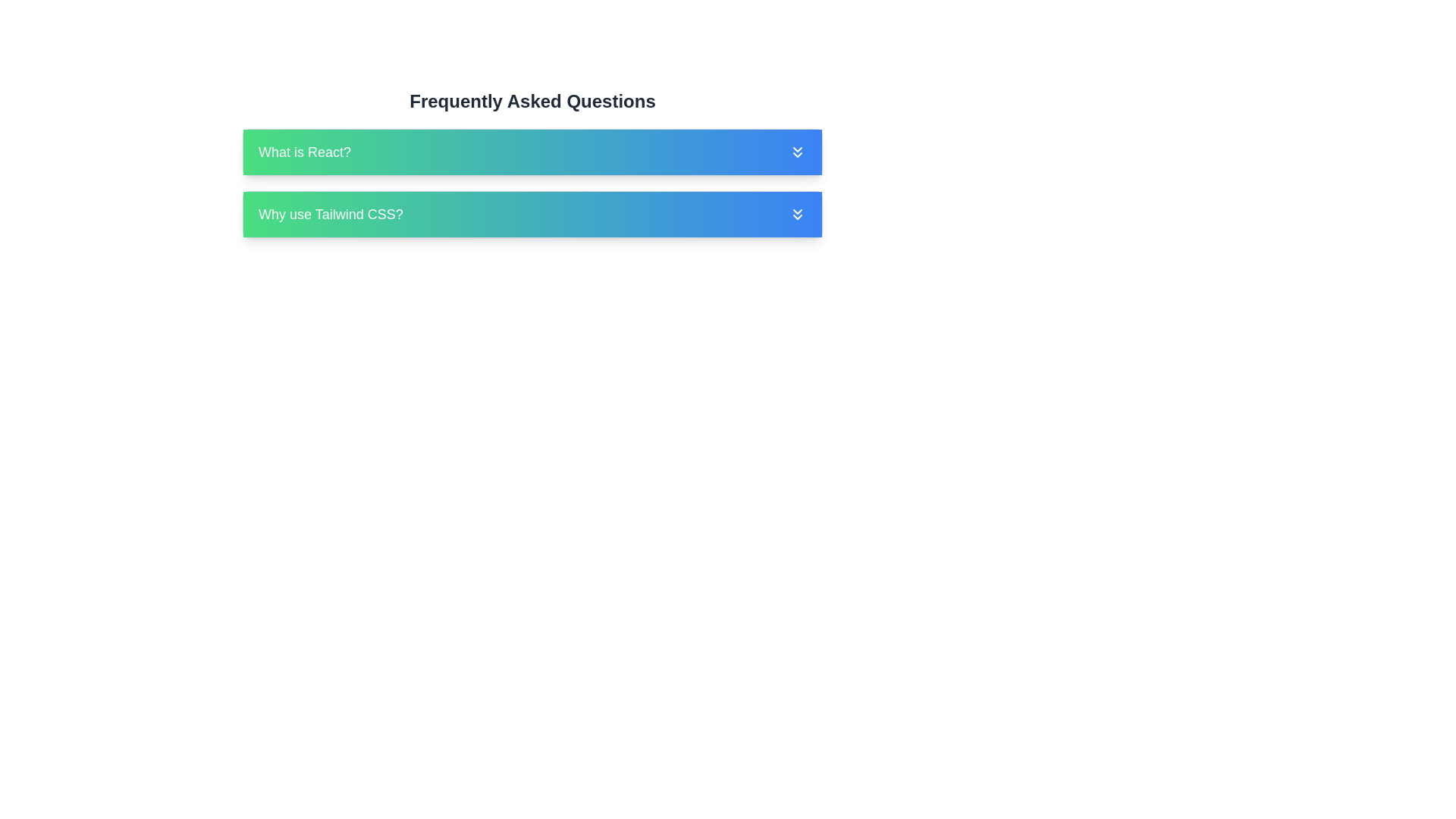 The width and height of the screenshot is (1456, 819). Describe the element at coordinates (796, 214) in the screenshot. I see `the SVG icon featuring two stacked downward-pointing chevrons, which is located on the far-right edge of the 'Why use Tailwind CSS?' section` at that location.